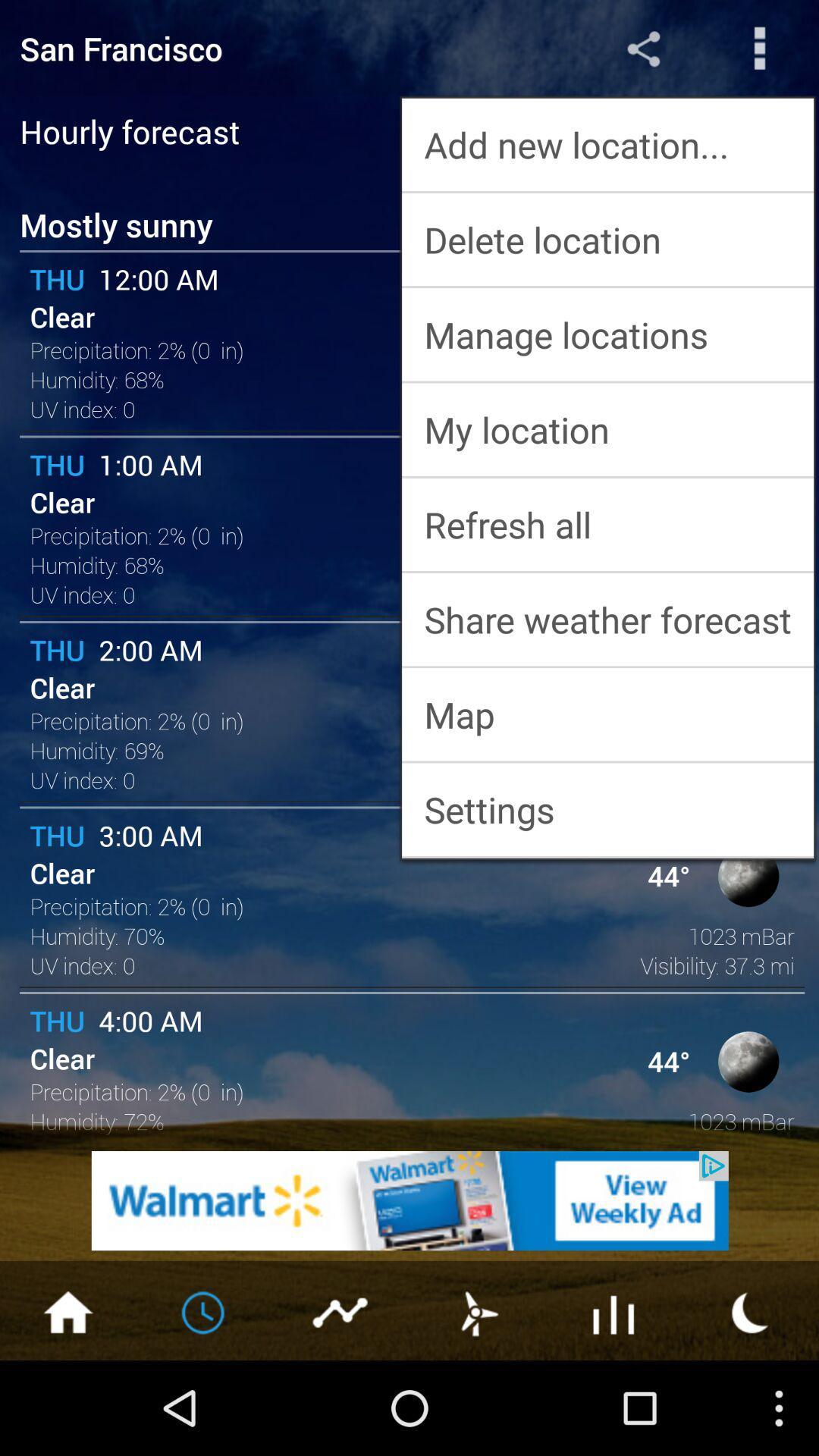 The width and height of the screenshot is (819, 1456). What do you see at coordinates (607, 524) in the screenshot?
I see `the refresh all app` at bounding box center [607, 524].